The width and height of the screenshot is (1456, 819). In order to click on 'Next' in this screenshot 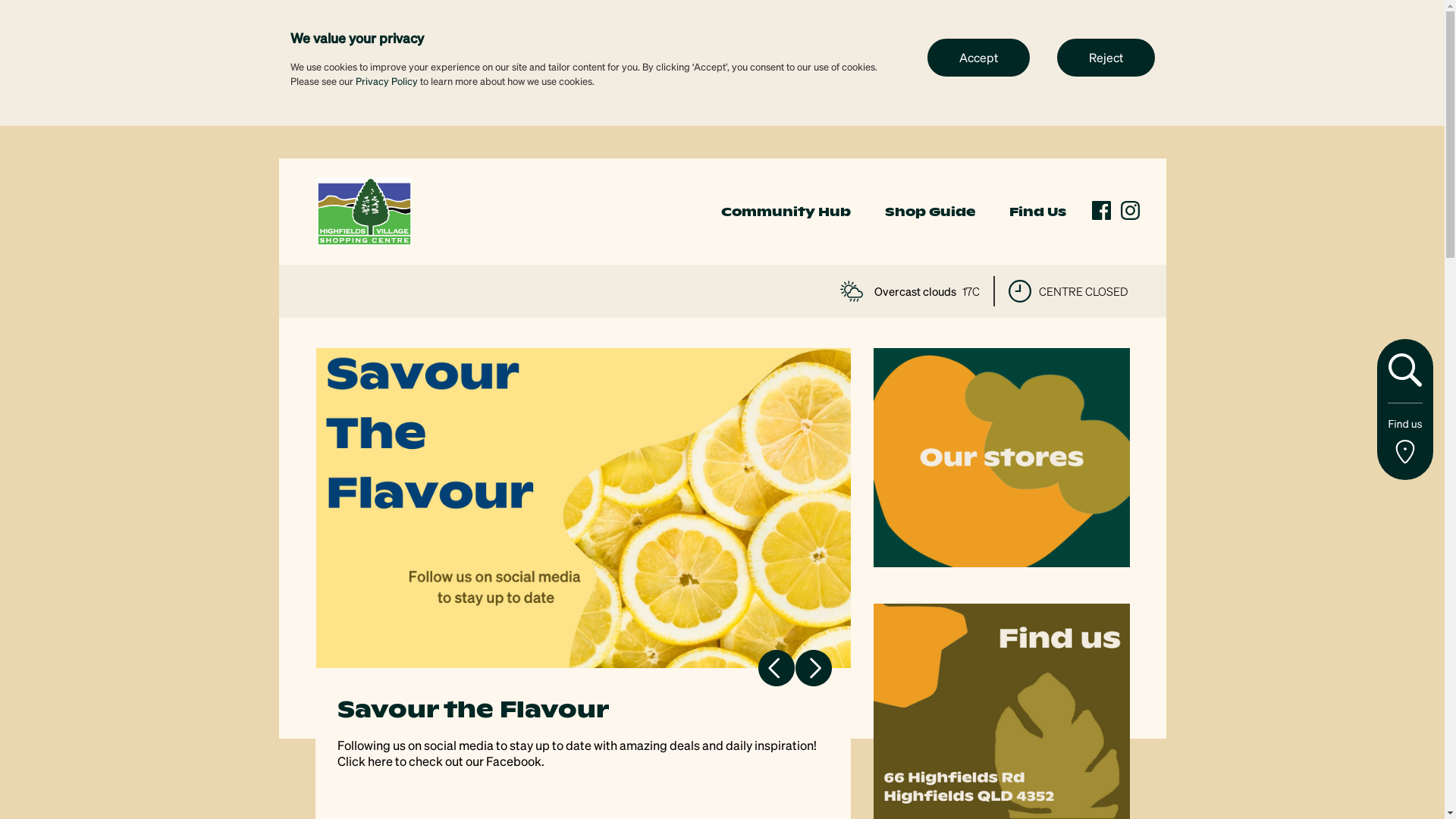, I will do `click(811, 667)`.